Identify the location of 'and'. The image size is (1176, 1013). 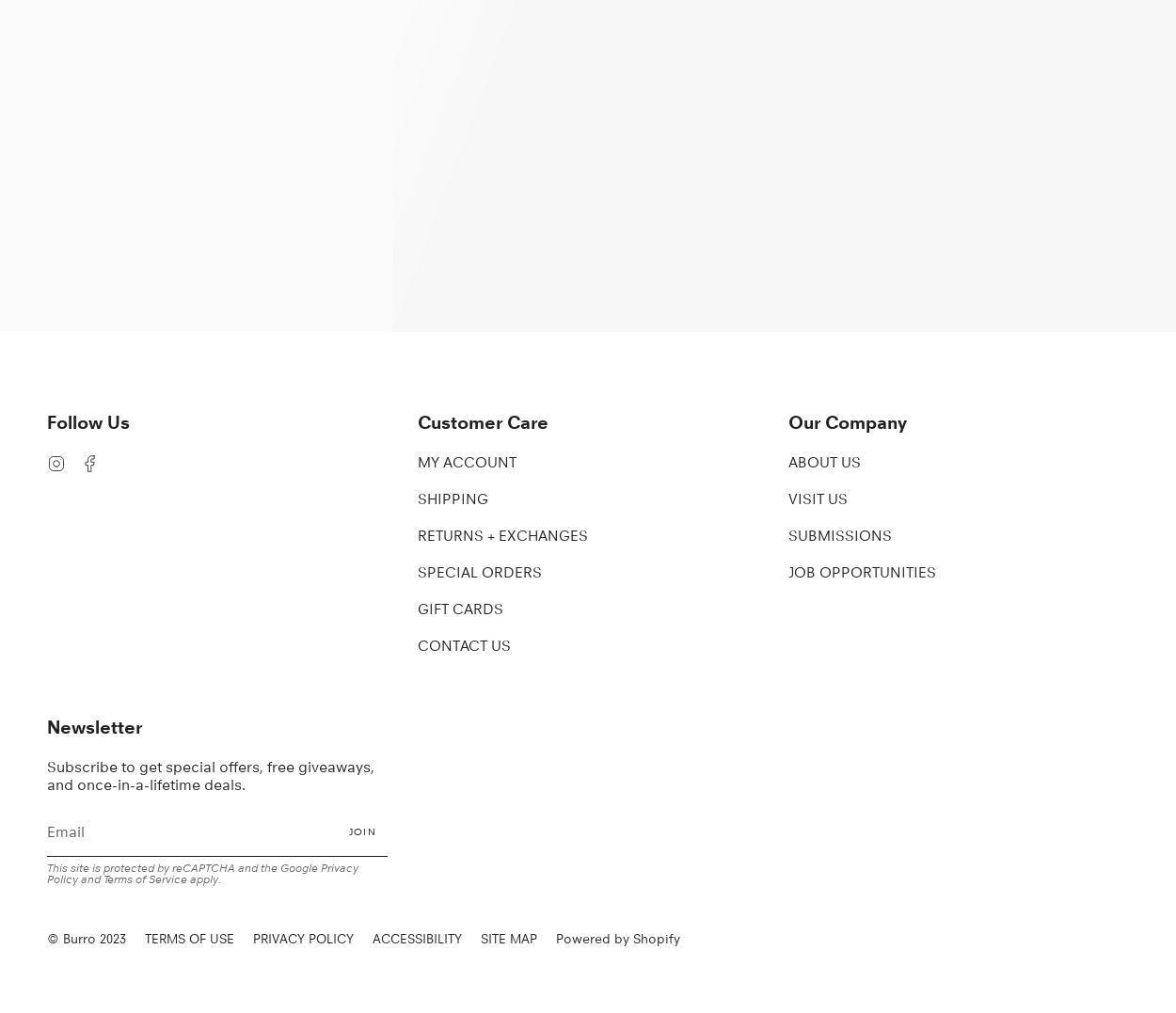
(89, 877).